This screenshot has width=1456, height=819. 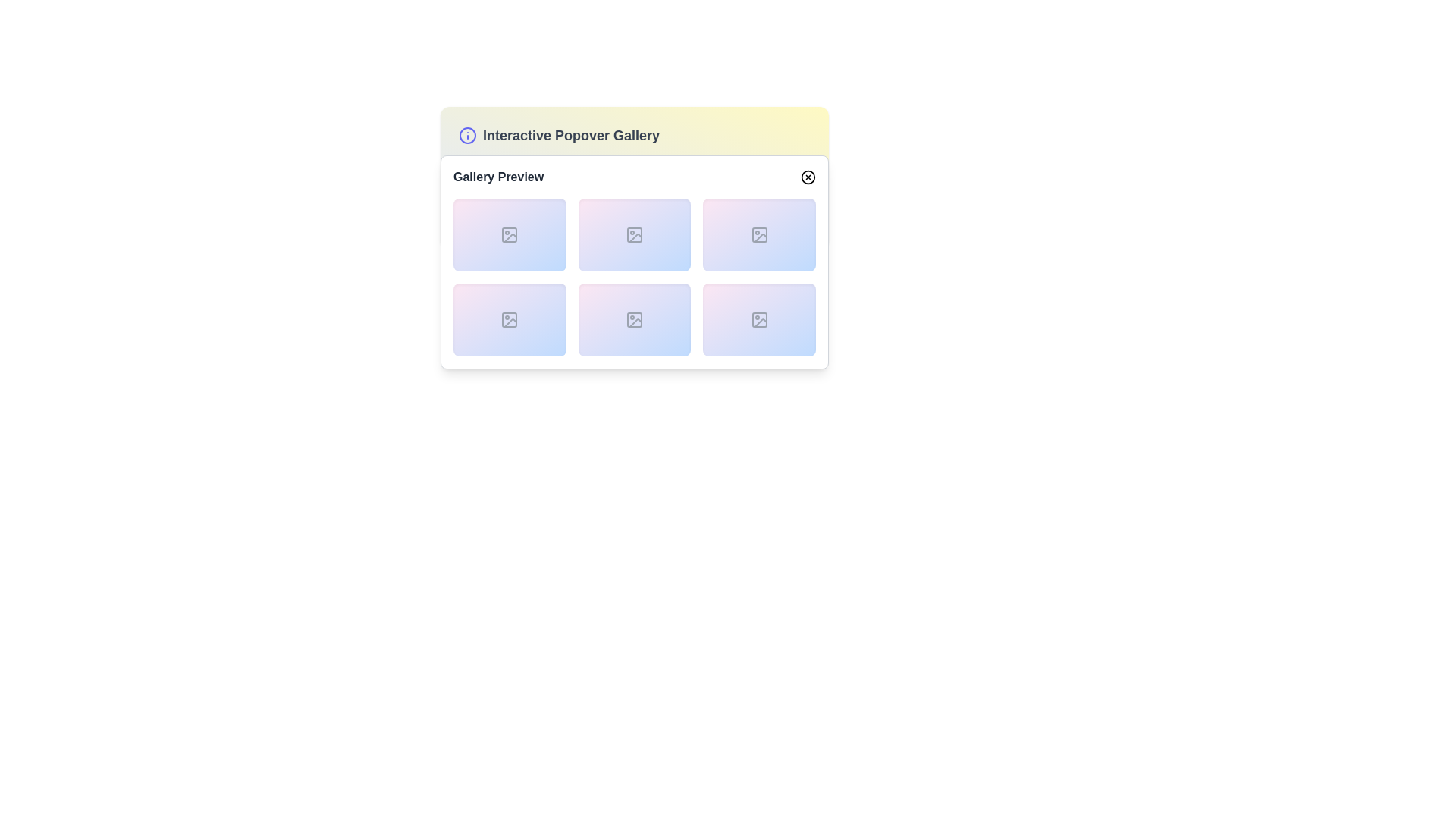 What do you see at coordinates (807, 177) in the screenshot?
I see `the close button for the 'Gallery Preview' section` at bounding box center [807, 177].